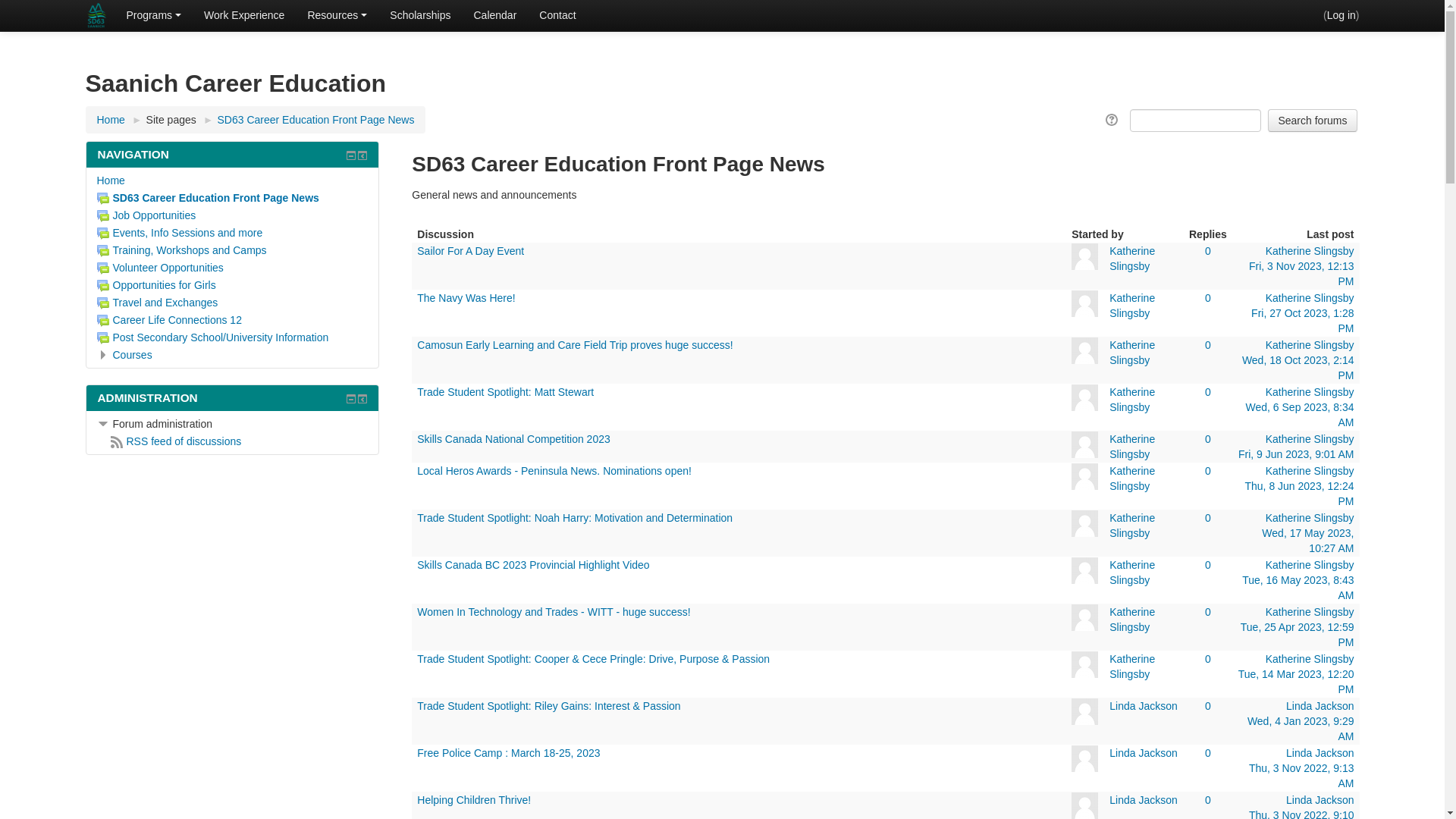 The image size is (1456, 819). I want to click on 'Sailor For A Day Event', so click(417, 250).